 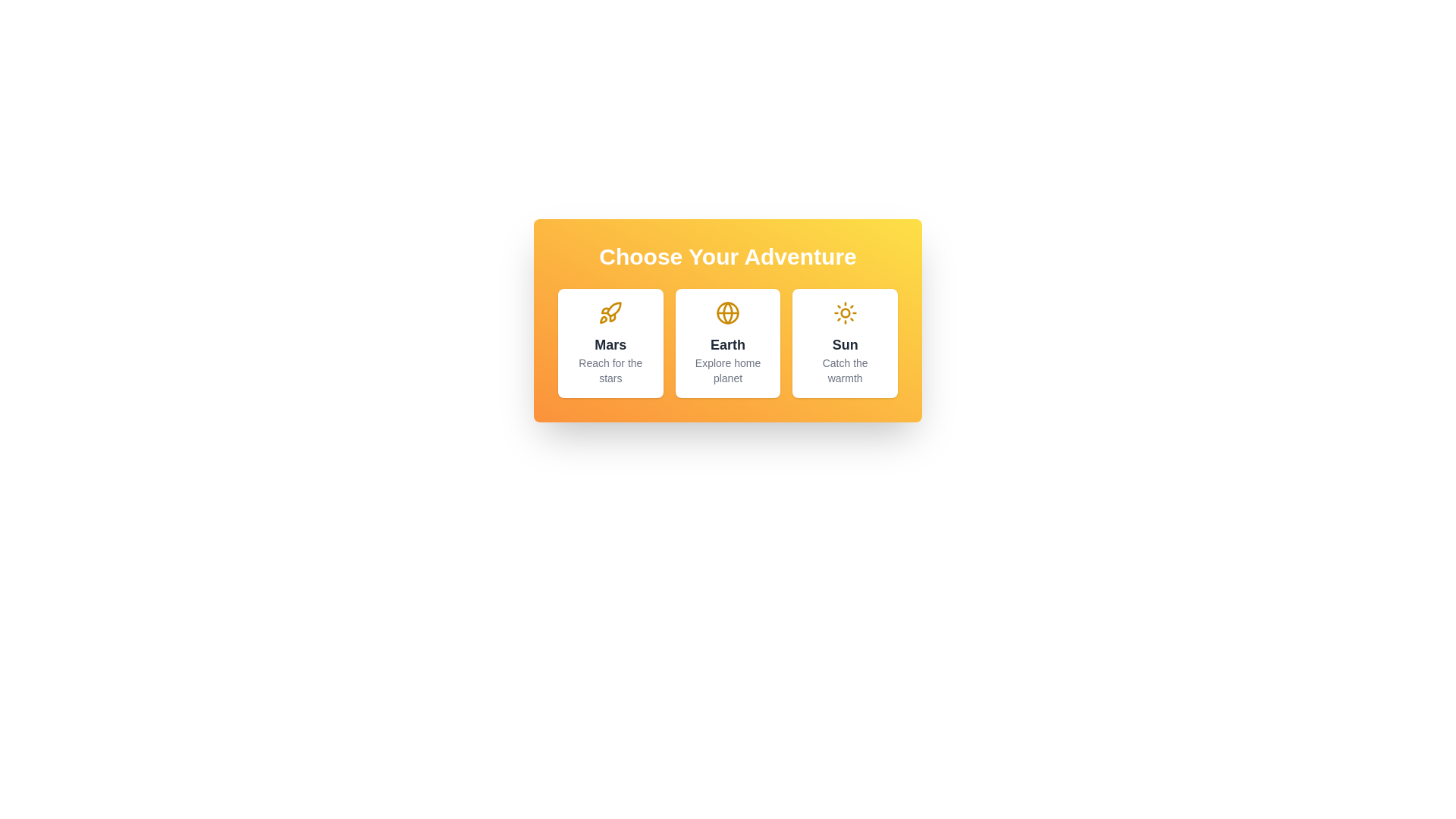 I want to click on the destination card for Sun, so click(x=844, y=343).